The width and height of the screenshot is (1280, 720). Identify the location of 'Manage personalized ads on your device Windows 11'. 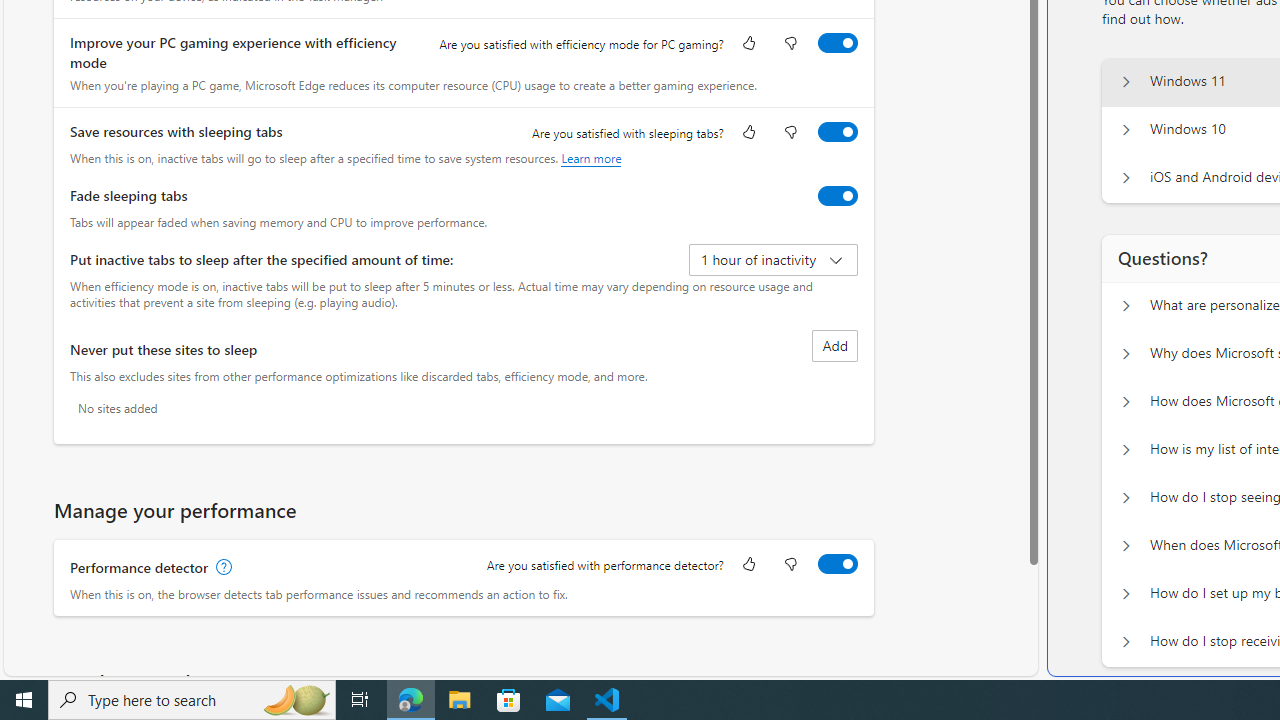
(1125, 81).